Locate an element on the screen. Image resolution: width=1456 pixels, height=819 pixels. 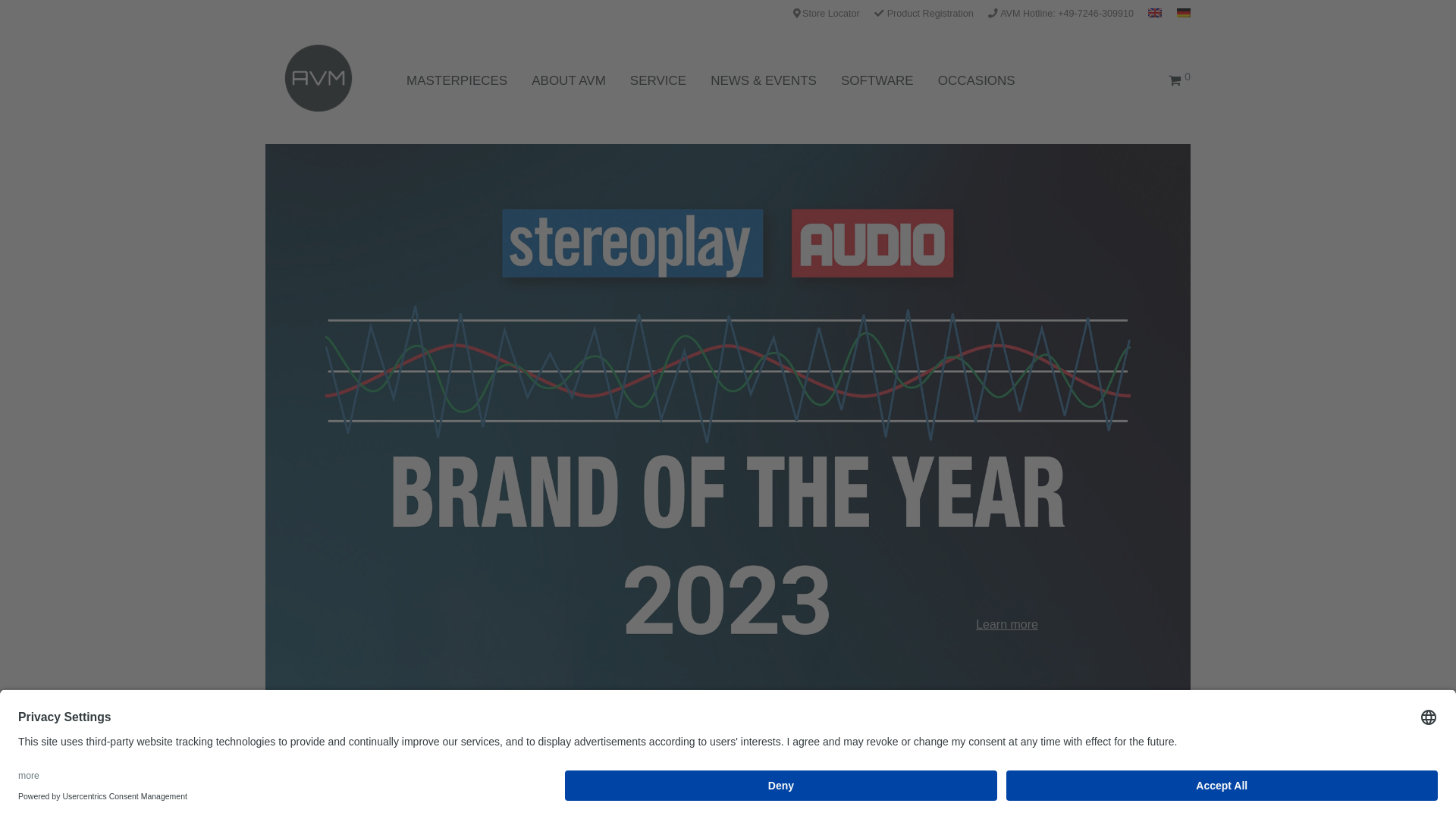
'ABOUT AVM' is located at coordinates (567, 80).